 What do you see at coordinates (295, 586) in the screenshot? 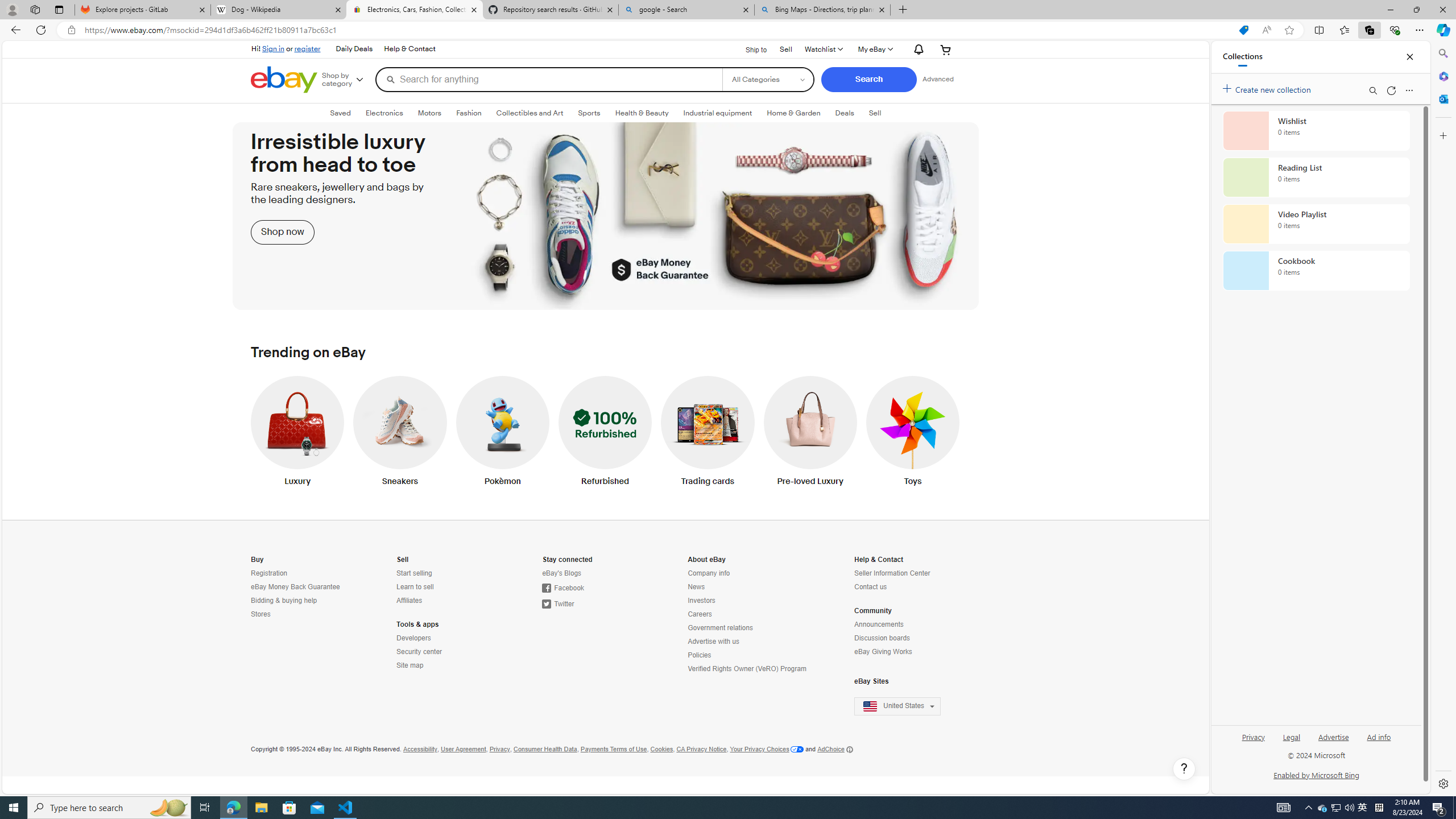
I see `'eBay Money Back Guarantee'` at bounding box center [295, 586].